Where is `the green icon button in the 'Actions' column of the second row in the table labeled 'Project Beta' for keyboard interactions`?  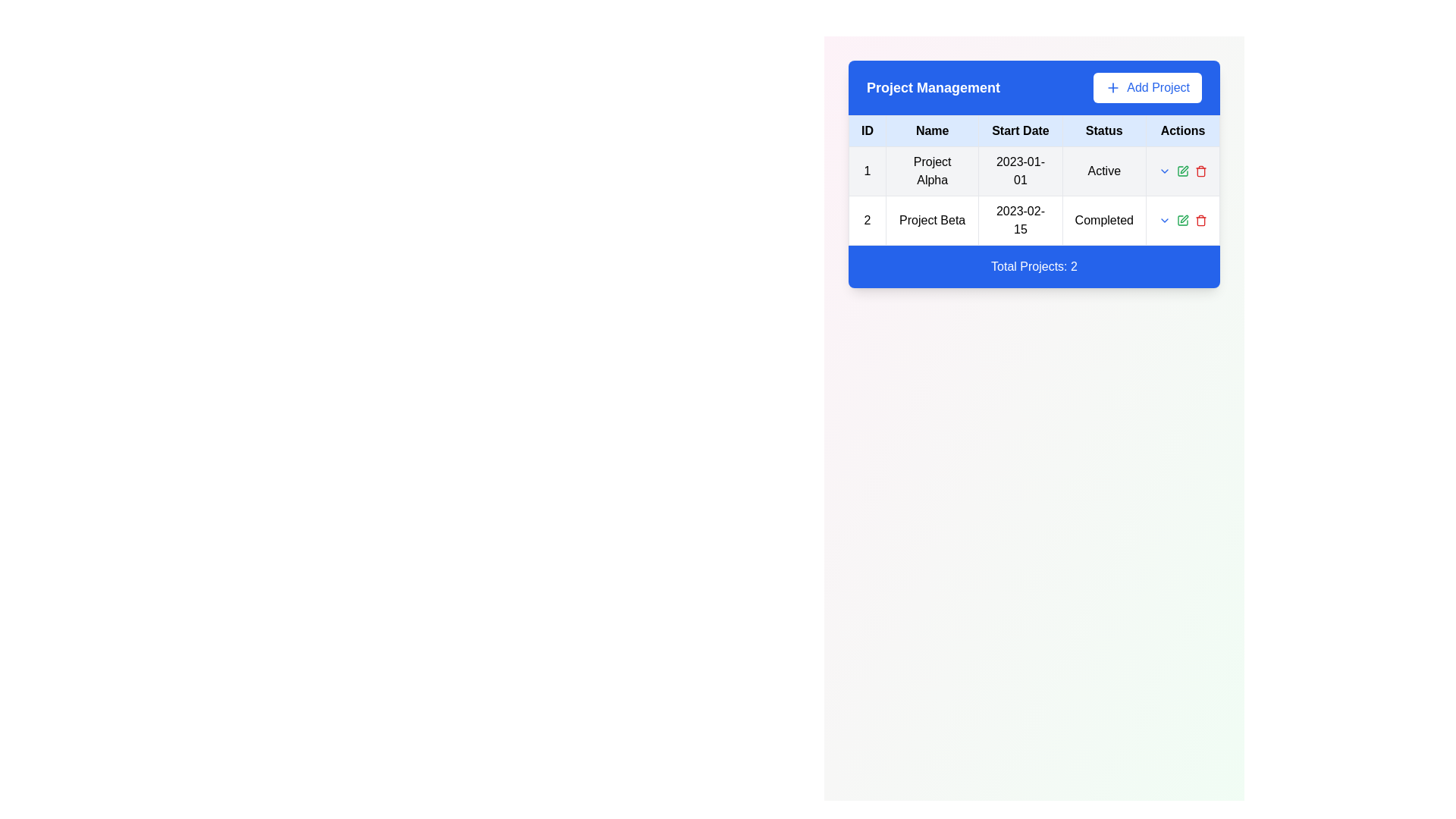
the green icon button in the 'Actions' column of the second row in the table labeled 'Project Beta' for keyboard interactions is located at coordinates (1182, 171).